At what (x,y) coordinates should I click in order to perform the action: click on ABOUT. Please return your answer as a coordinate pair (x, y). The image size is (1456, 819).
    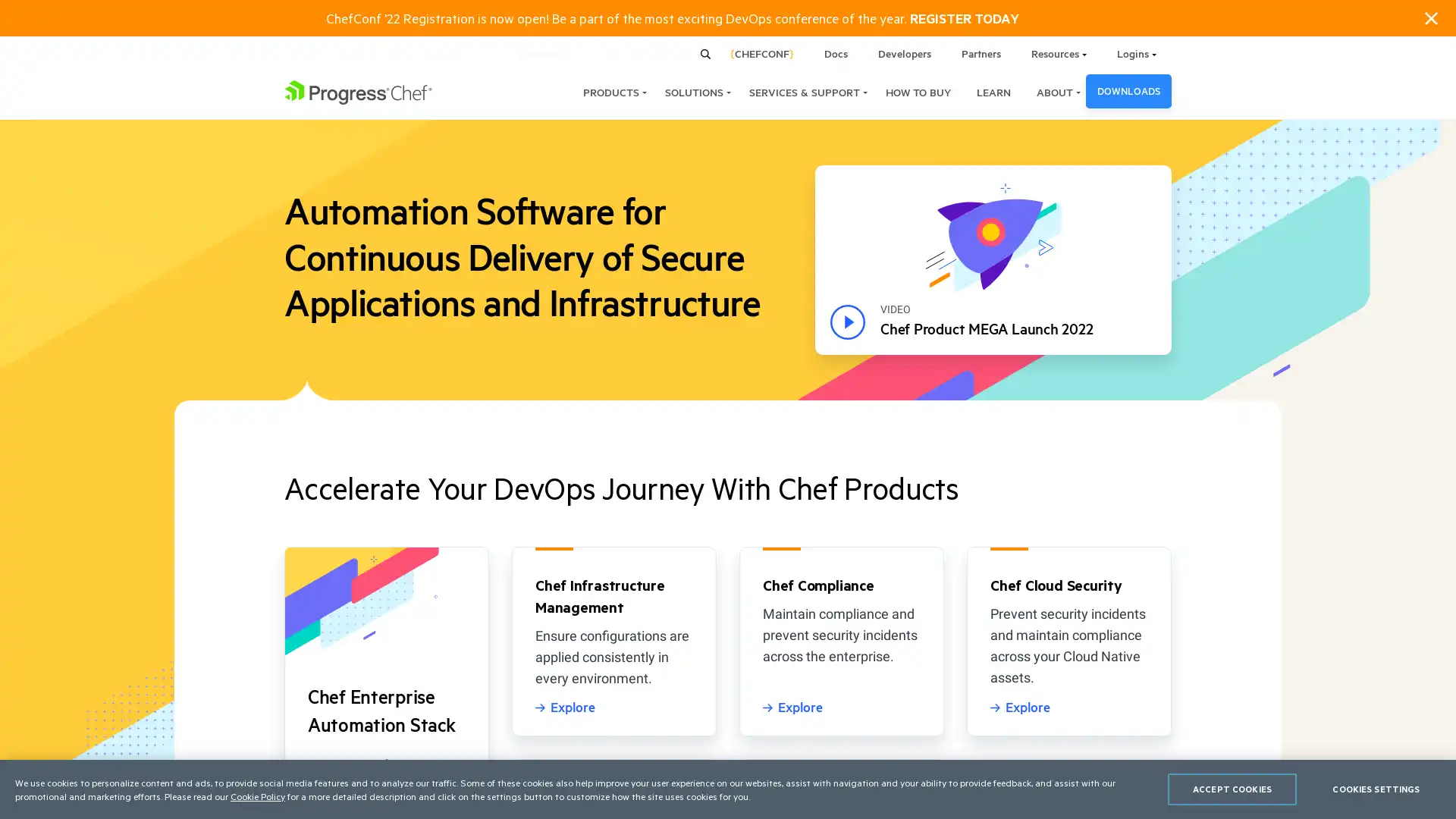
    Looking at the image, I should click on (1020, 93).